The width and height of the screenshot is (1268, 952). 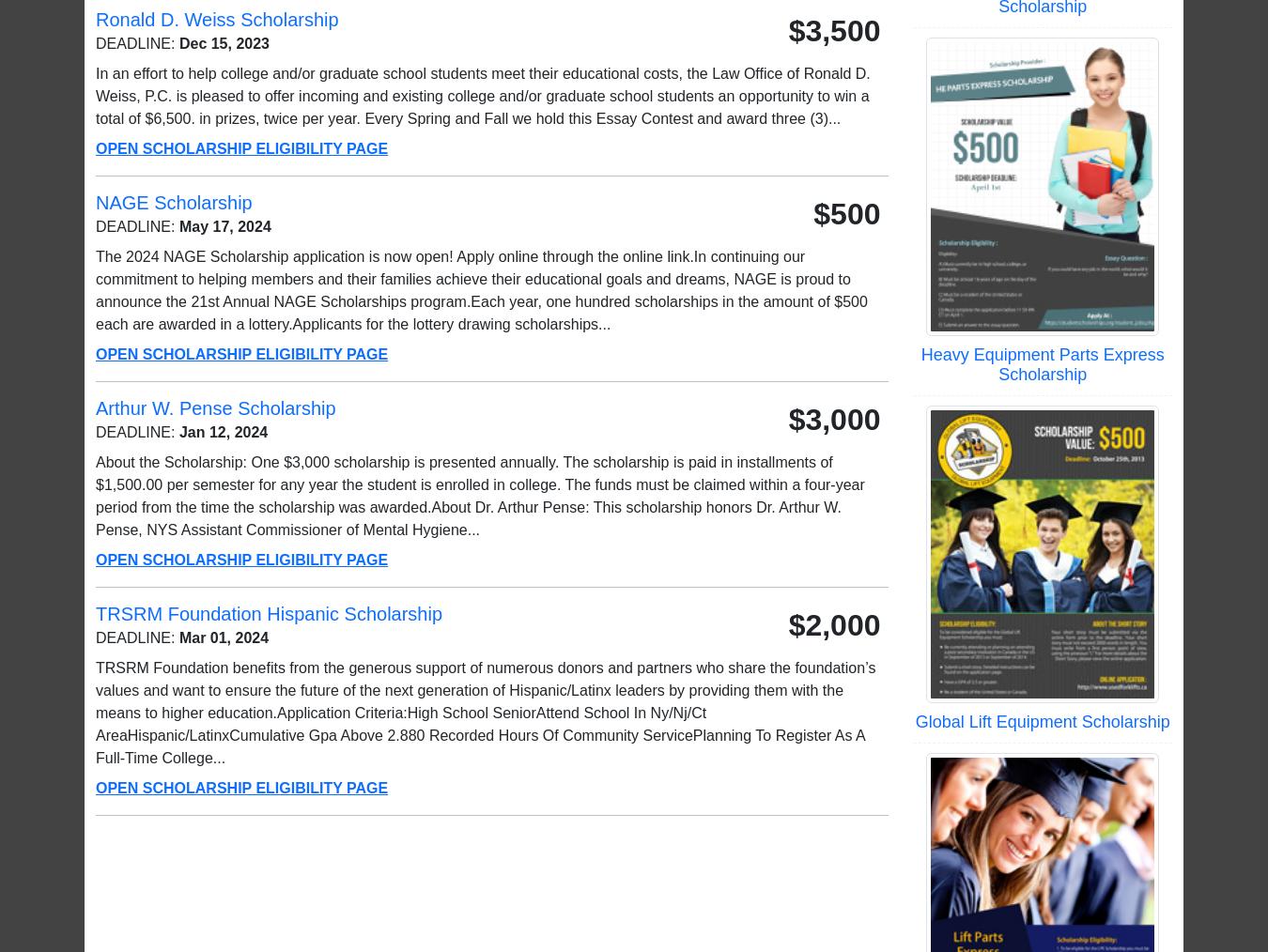 What do you see at coordinates (209, 899) in the screenshot?
I see `'Posters'` at bounding box center [209, 899].